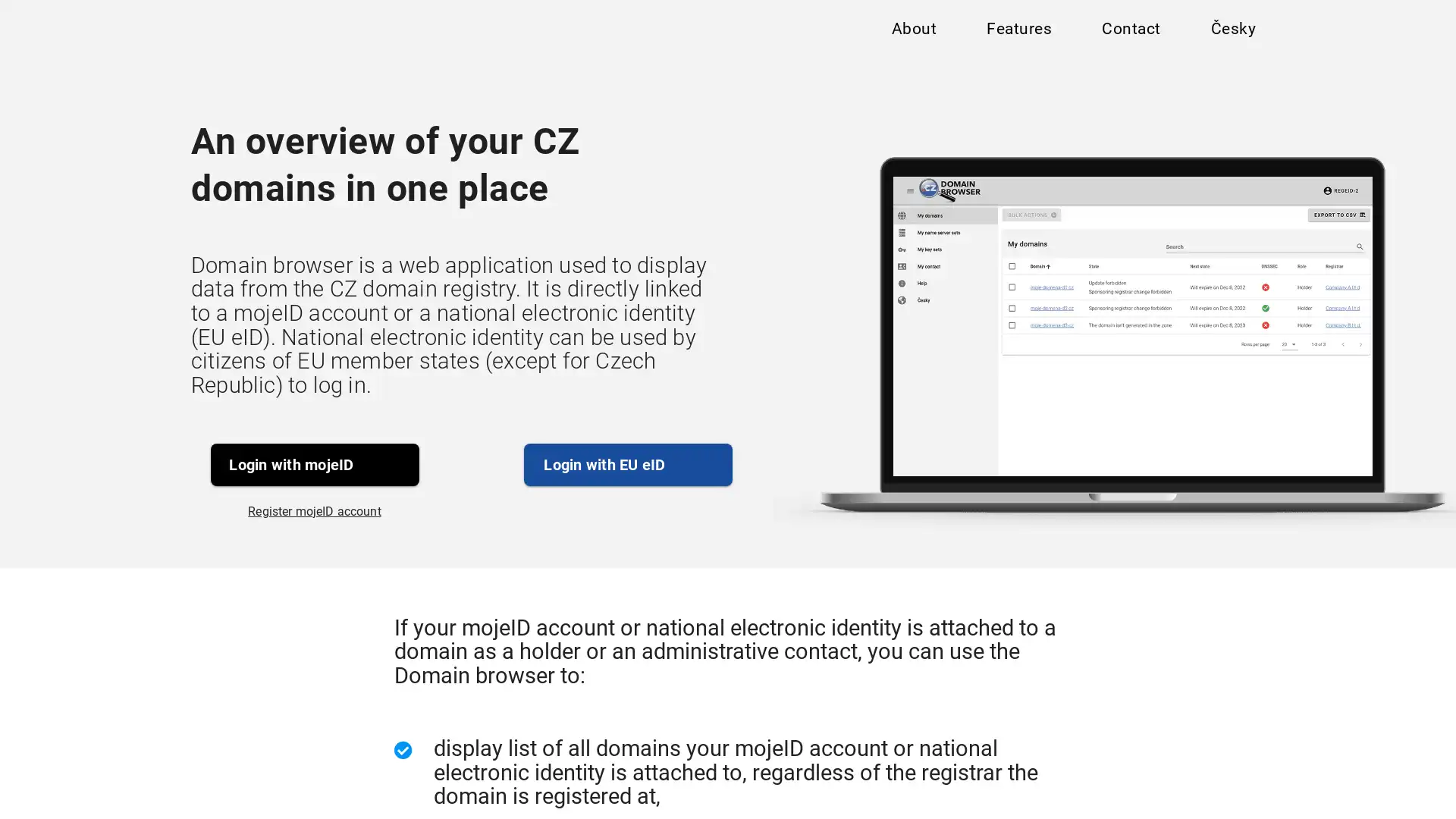 This screenshot has width=1456, height=819. I want to click on About, so click(912, 32).